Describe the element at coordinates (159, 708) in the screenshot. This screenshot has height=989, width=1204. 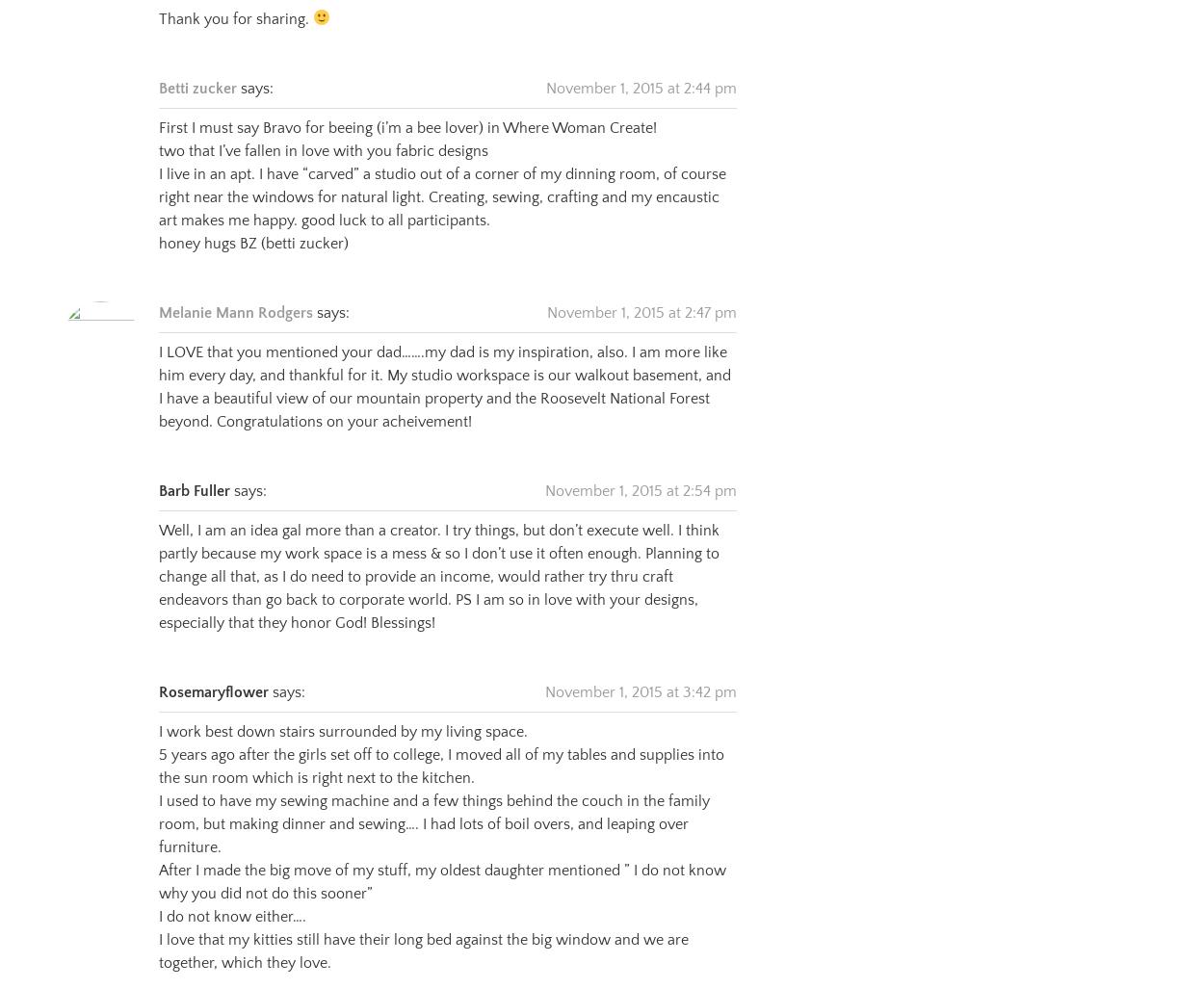
I see `'I work best down stairs surrounded by my living space.'` at that location.